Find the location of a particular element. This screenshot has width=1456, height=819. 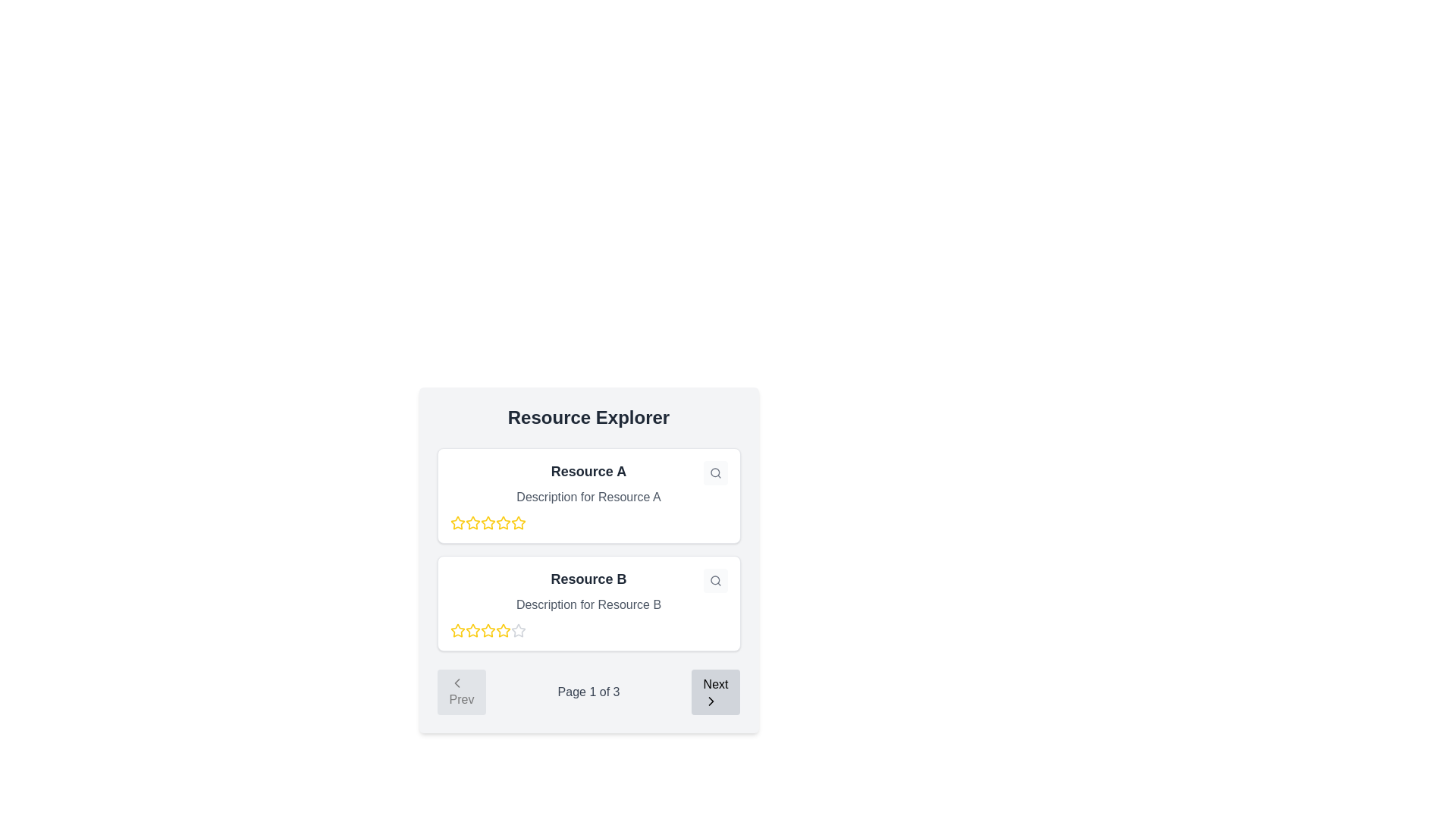

the right-pointing chevron arrow icon located on the far right side of the 'Next' button in the bottom-right corner of the resources panel is located at coordinates (710, 701).